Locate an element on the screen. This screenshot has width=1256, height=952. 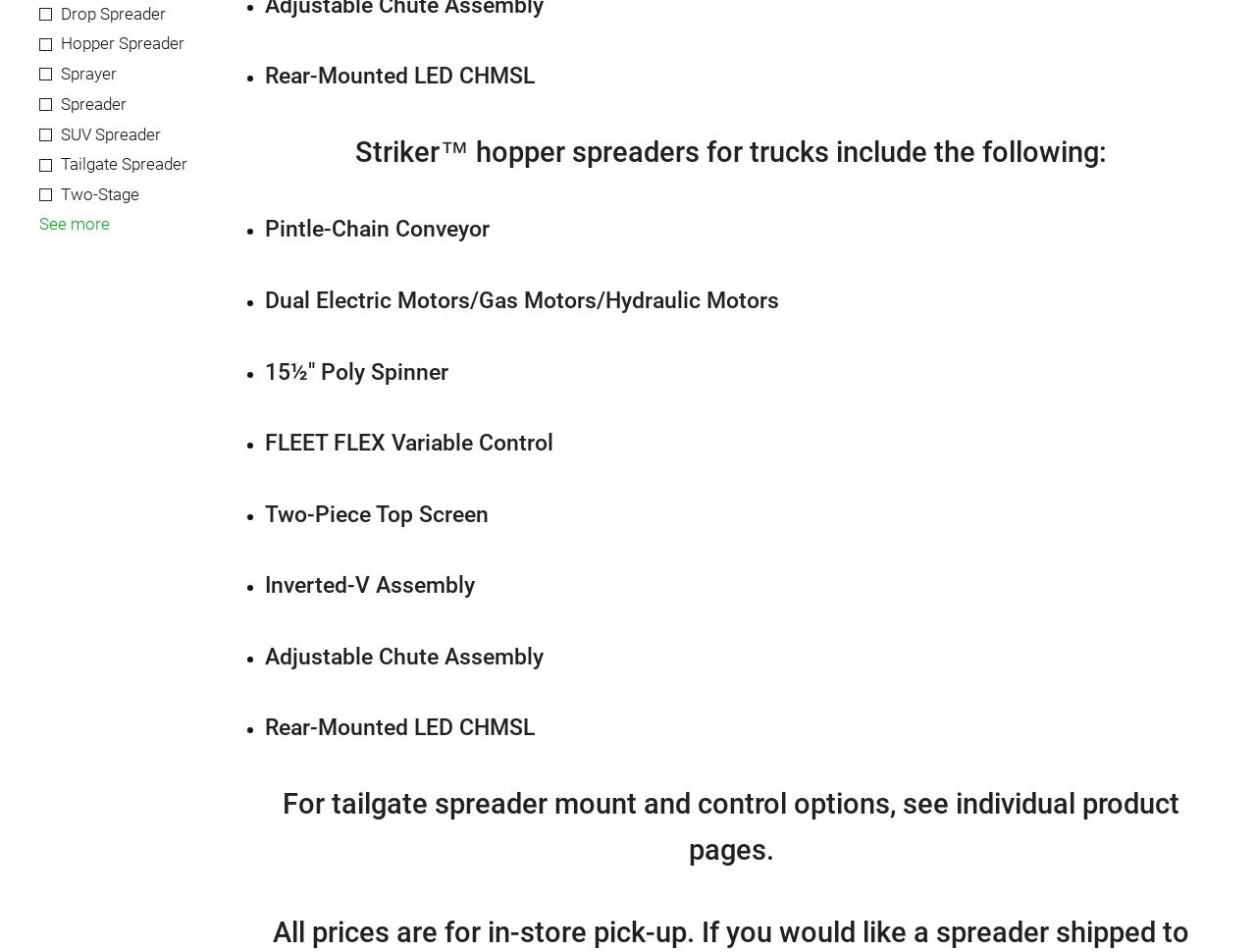
'SUV Spreader' is located at coordinates (110, 132).